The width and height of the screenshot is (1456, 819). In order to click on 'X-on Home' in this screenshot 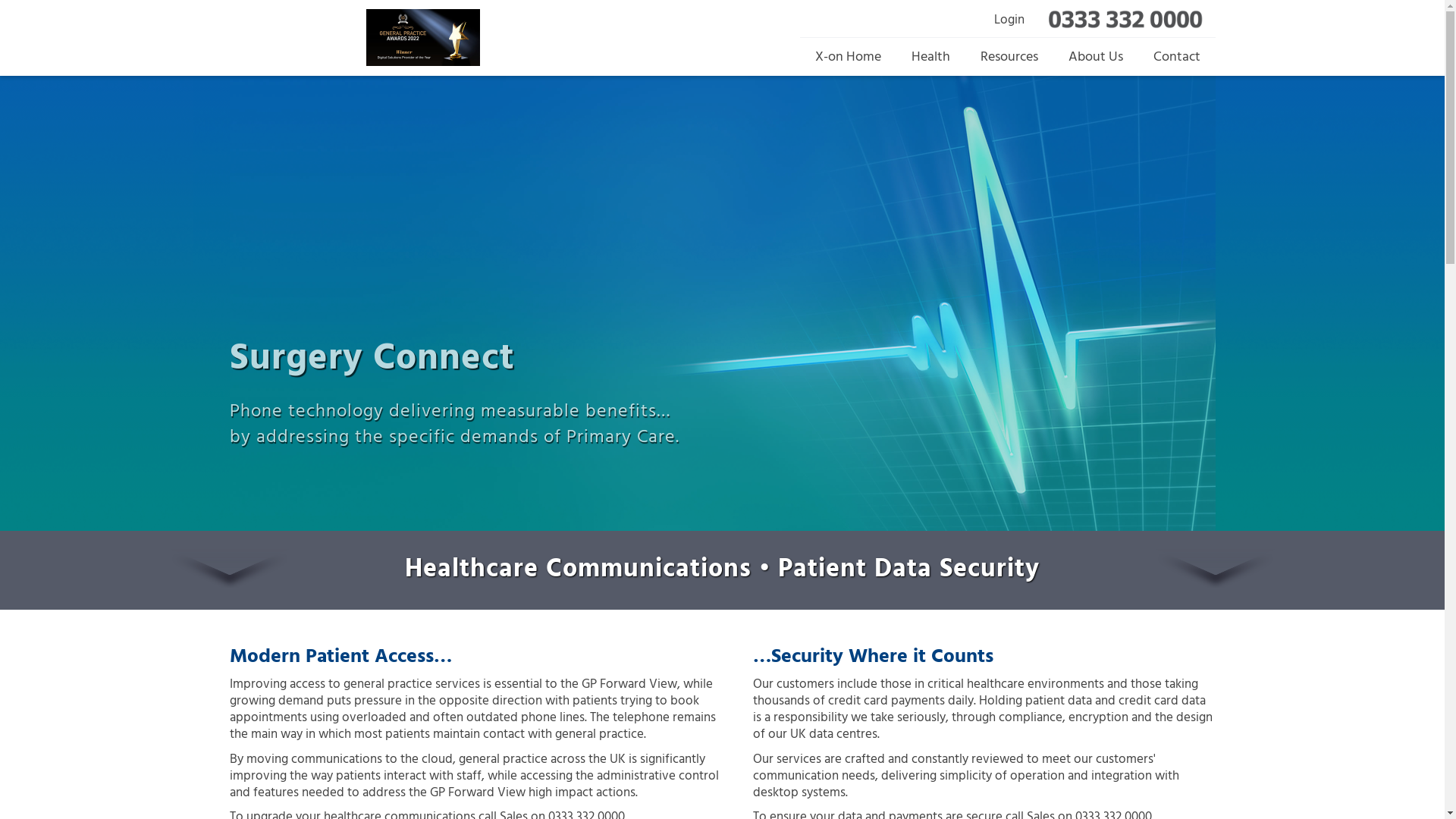, I will do `click(846, 56)`.